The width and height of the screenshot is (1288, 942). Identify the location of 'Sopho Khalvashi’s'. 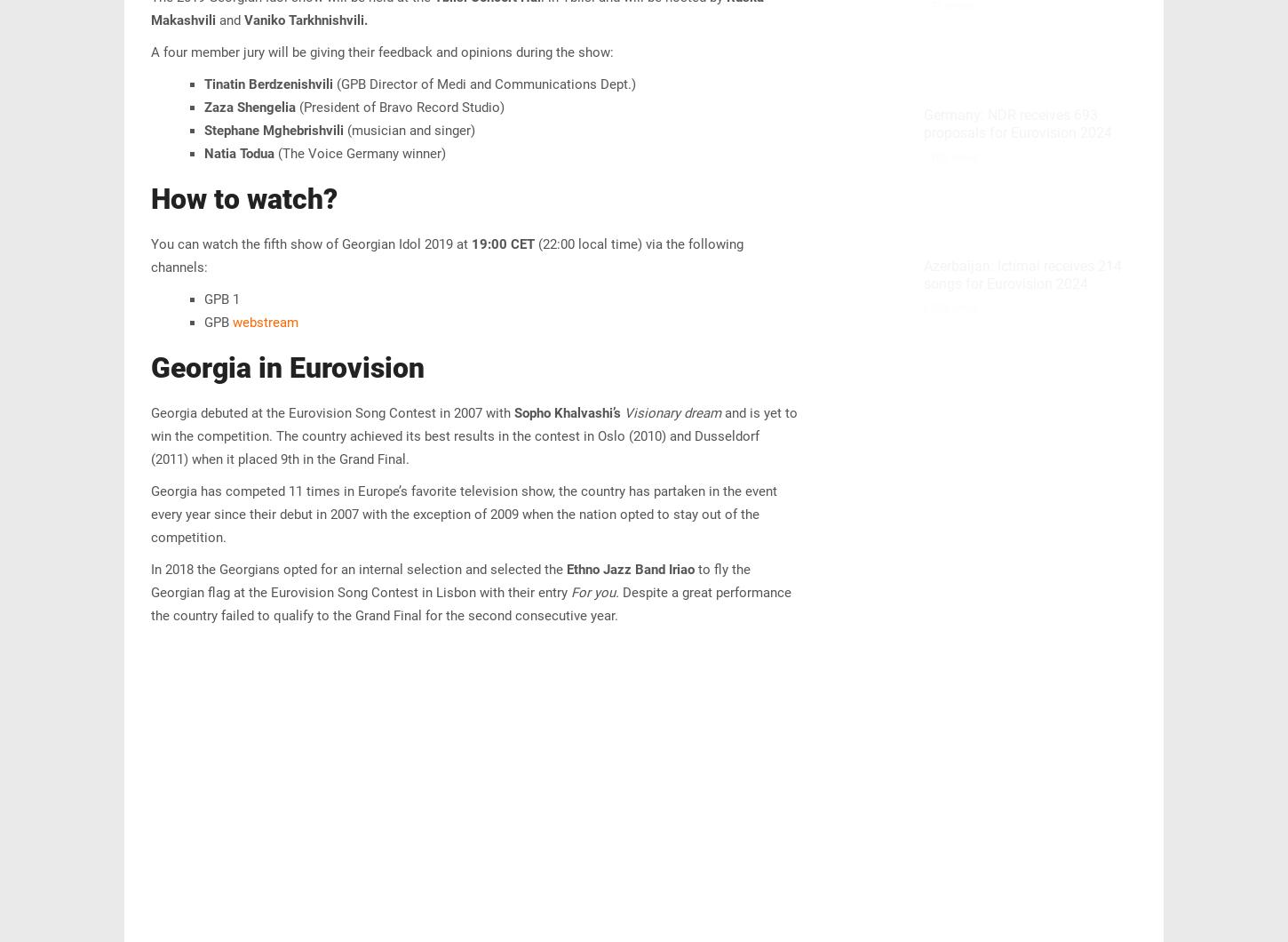
(567, 412).